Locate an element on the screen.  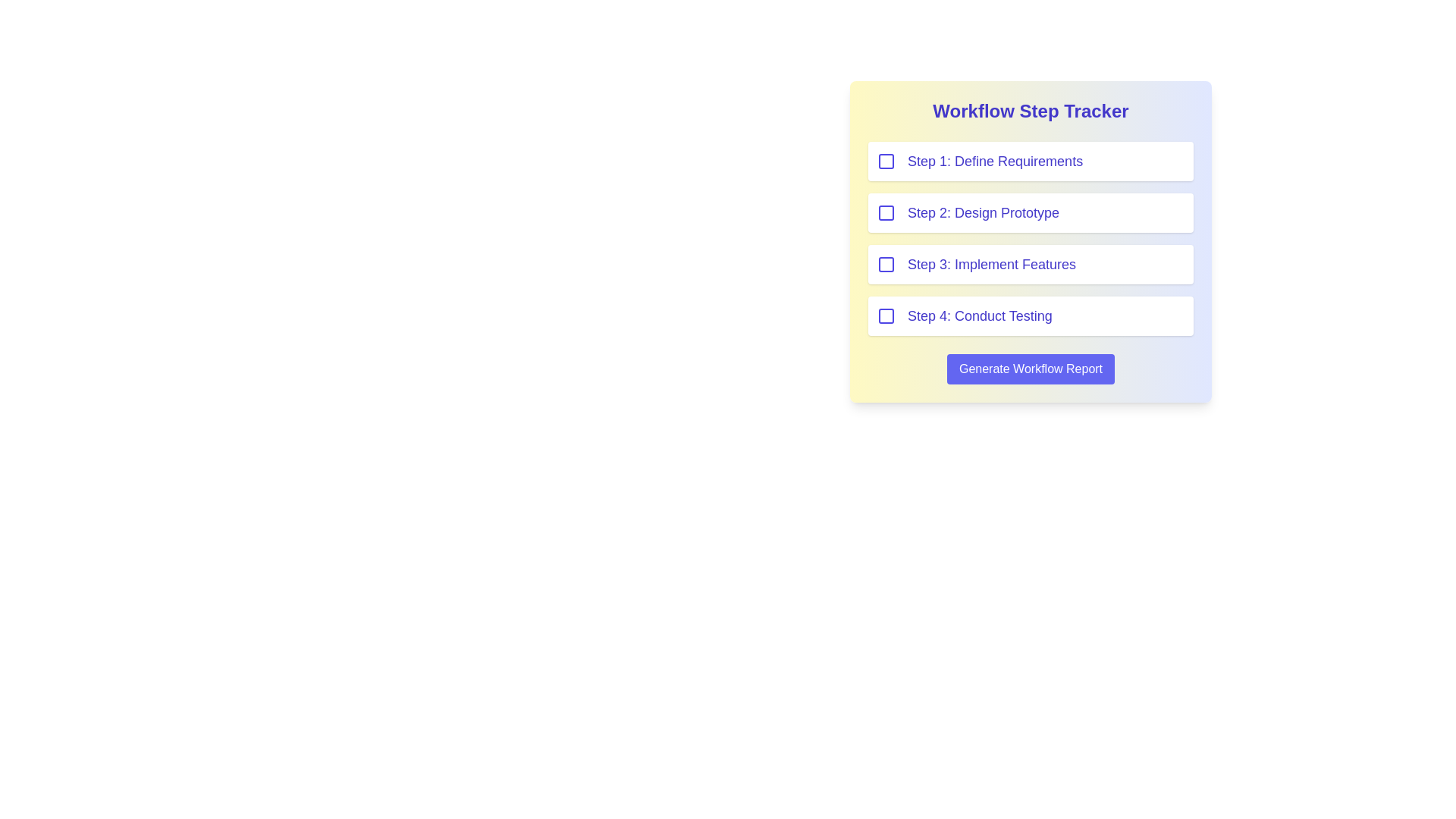
the button located below 'Step 4: Conduct Testing' in the 'Workflow Step Tracker' box to generate the workflow report is located at coordinates (1031, 369).